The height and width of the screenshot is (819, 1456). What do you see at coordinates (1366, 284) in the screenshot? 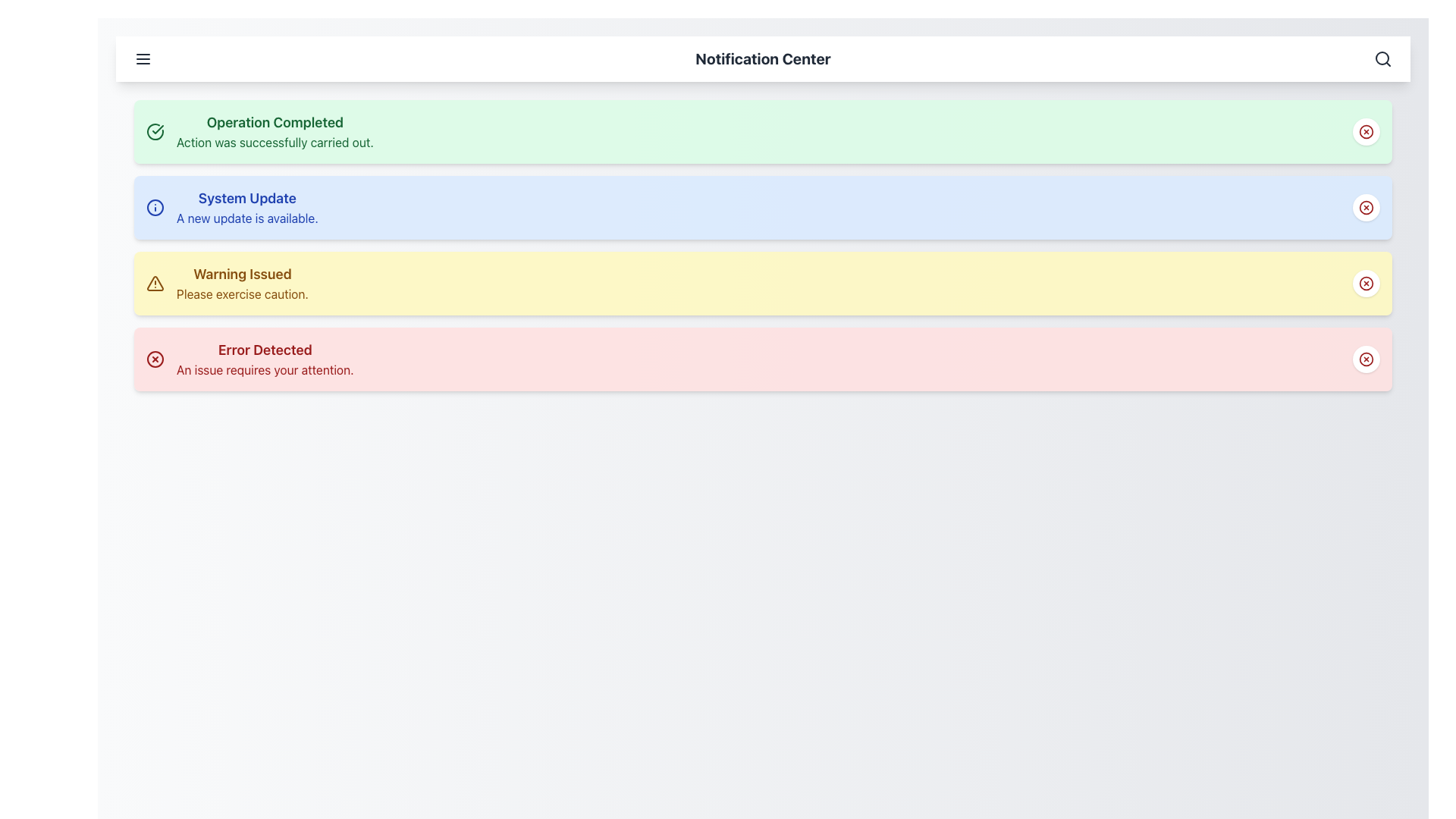
I see `the circular button with a white background located at the rightmost end of the 'Warning Issued' notification` at bounding box center [1366, 284].